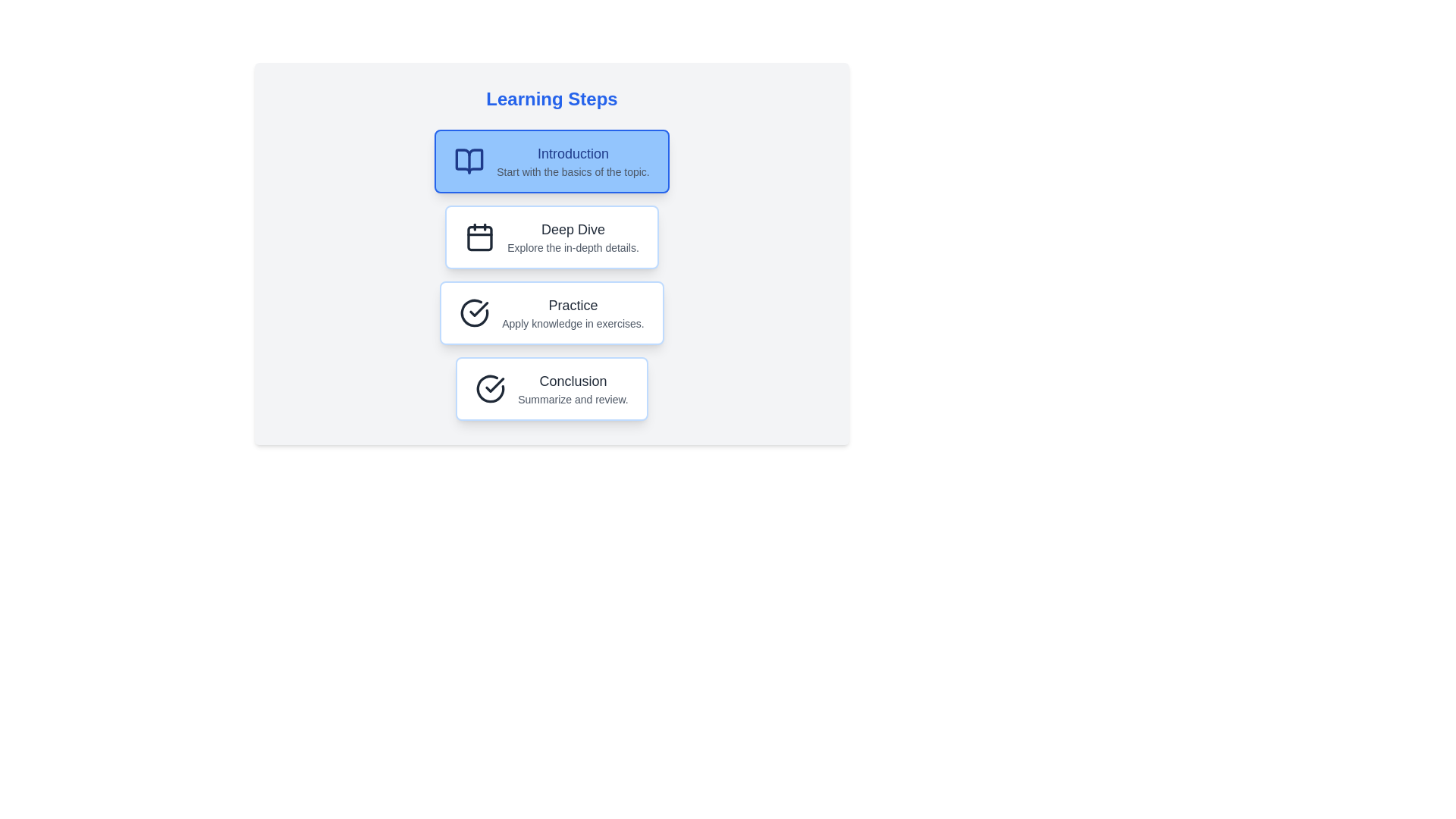 This screenshot has height=819, width=1456. I want to click on the blue icon resembling an open book, which is located at the center-left of the highlighted rectangular section labeled 'Introduction.', so click(469, 161).